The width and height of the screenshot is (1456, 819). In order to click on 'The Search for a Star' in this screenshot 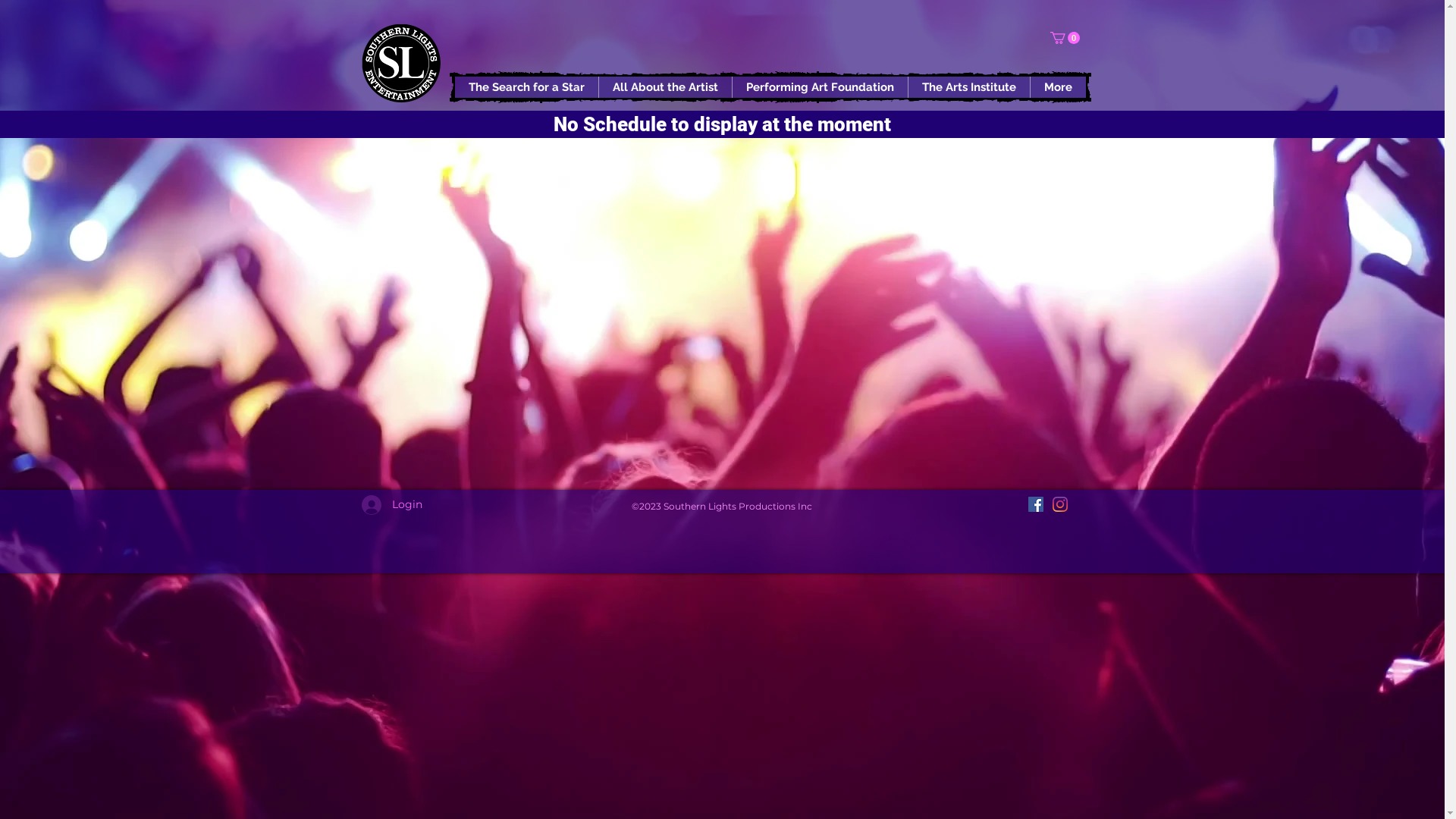, I will do `click(526, 87)`.